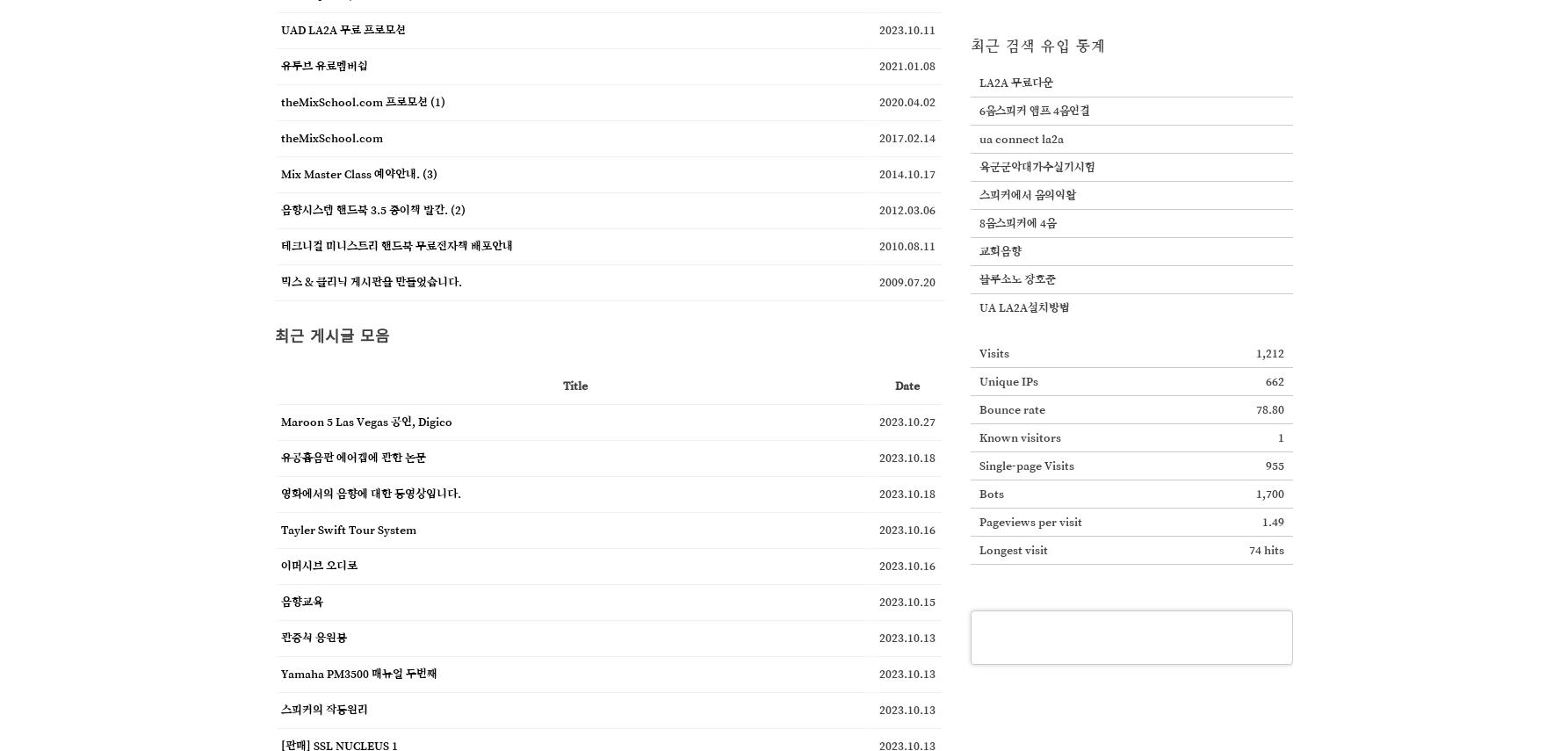 This screenshot has width=1568, height=751. I want to click on '(1)', so click(436, 99).